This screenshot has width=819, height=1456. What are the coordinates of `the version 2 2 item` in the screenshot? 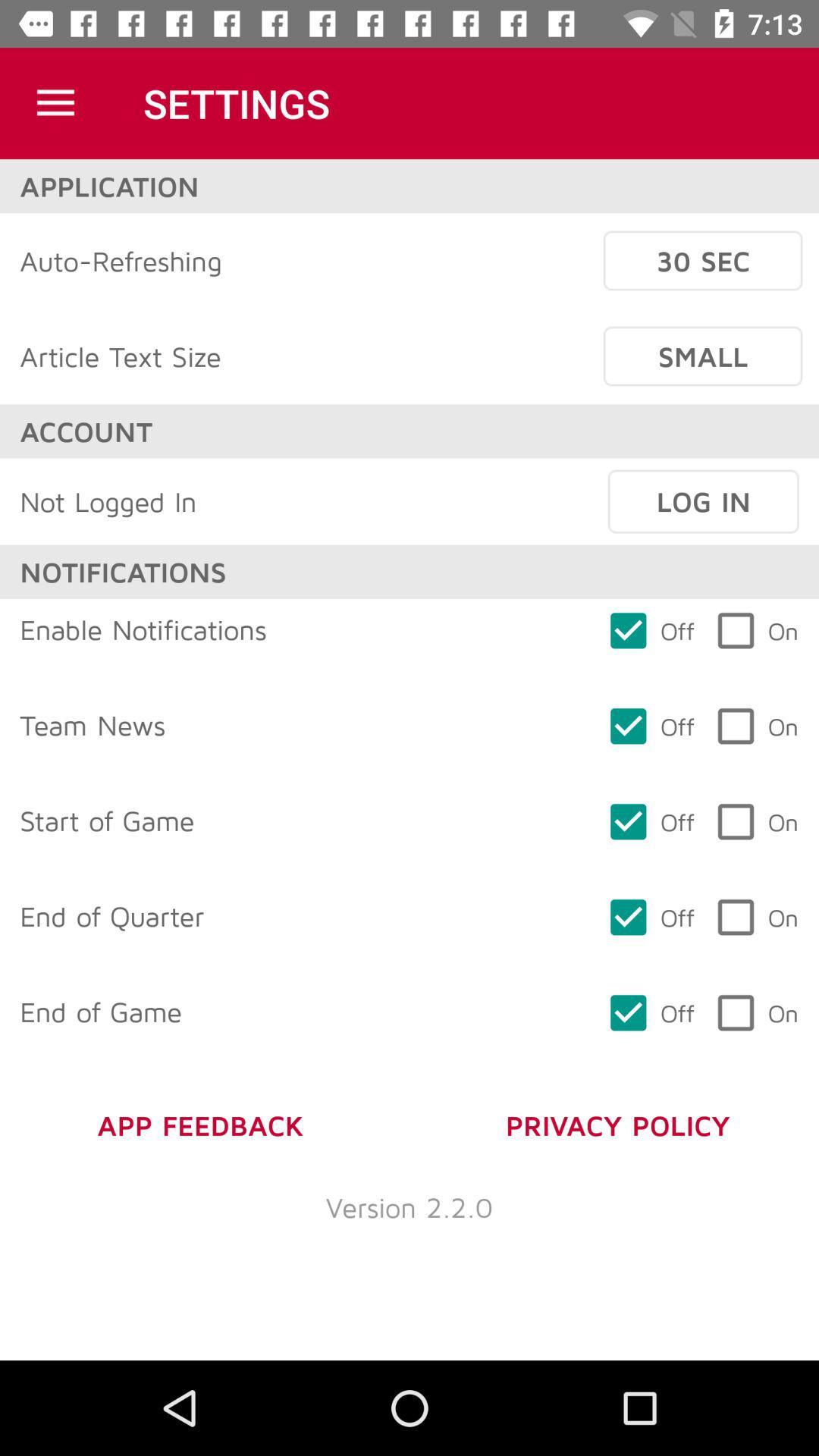 It's located at (409, 1206).